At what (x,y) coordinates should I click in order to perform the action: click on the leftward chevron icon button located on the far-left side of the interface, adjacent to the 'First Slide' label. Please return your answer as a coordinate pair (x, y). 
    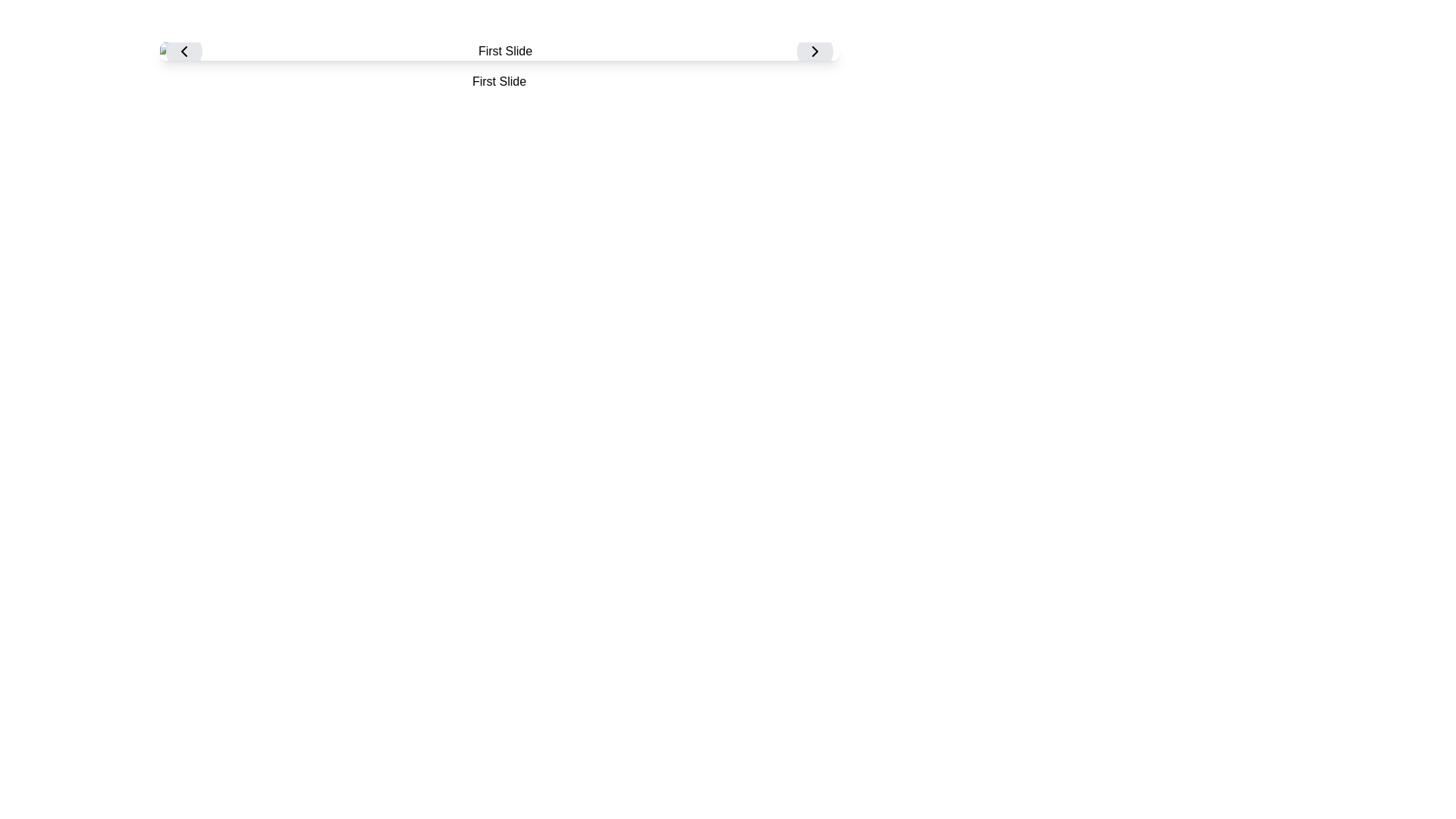
    Looking at the image, I should click on (183, 51).